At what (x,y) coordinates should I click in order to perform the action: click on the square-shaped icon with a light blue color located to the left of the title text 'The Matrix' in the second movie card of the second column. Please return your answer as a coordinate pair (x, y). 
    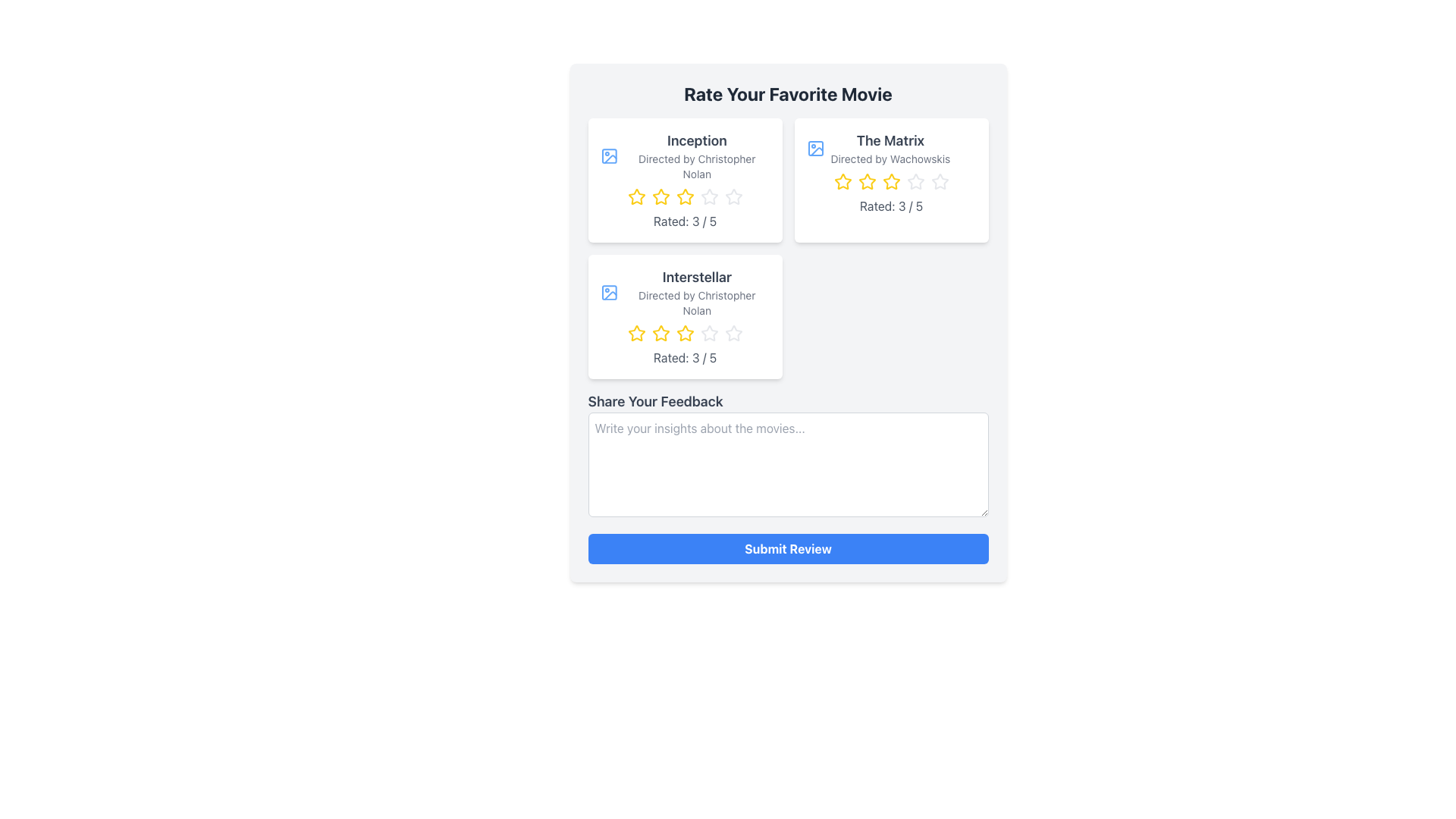
    Looking at the image, I should click on (814, 149).